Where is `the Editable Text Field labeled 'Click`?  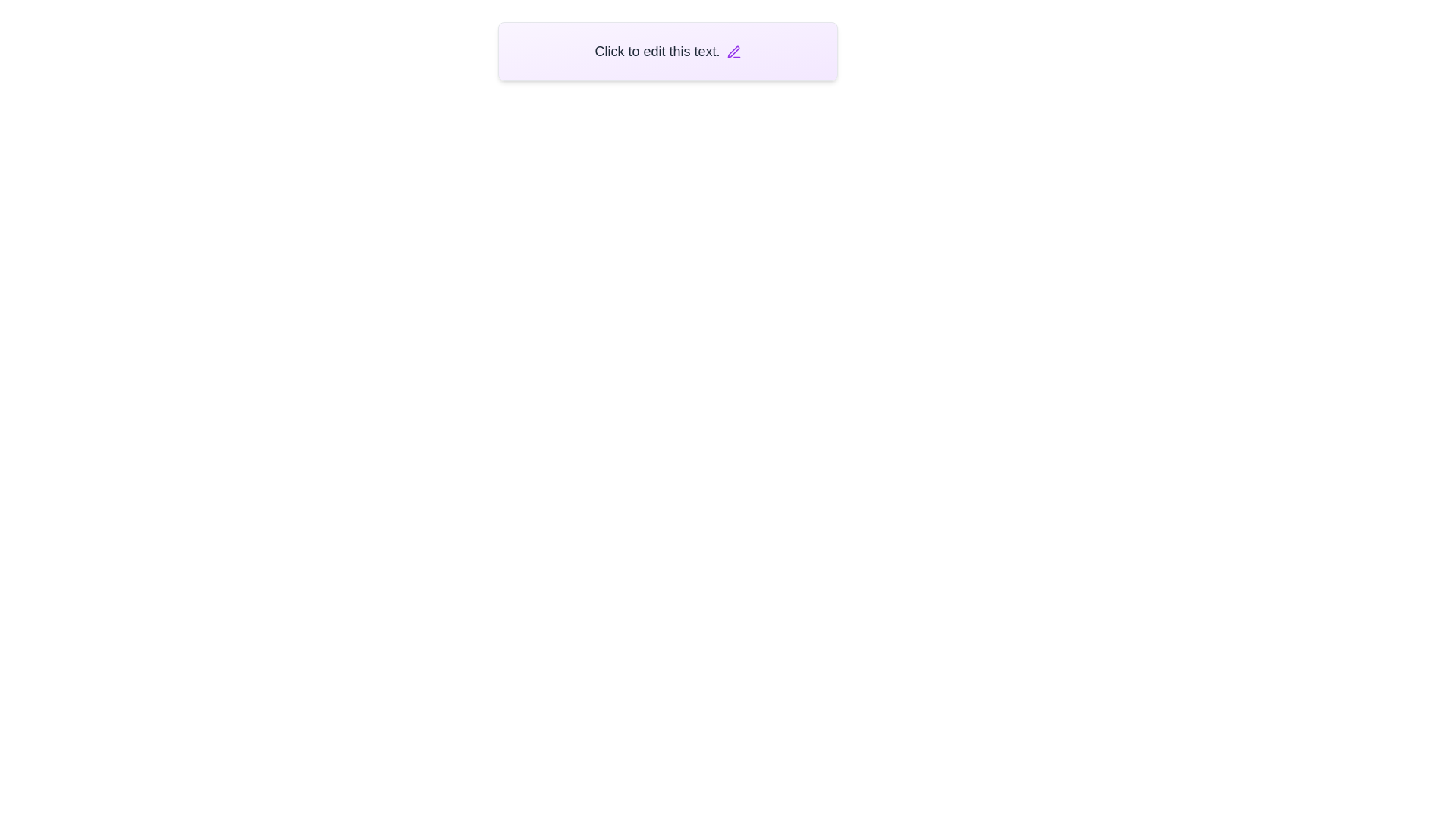
the Editable Text Field labeled 'Click is located at coordinates (667, 51).